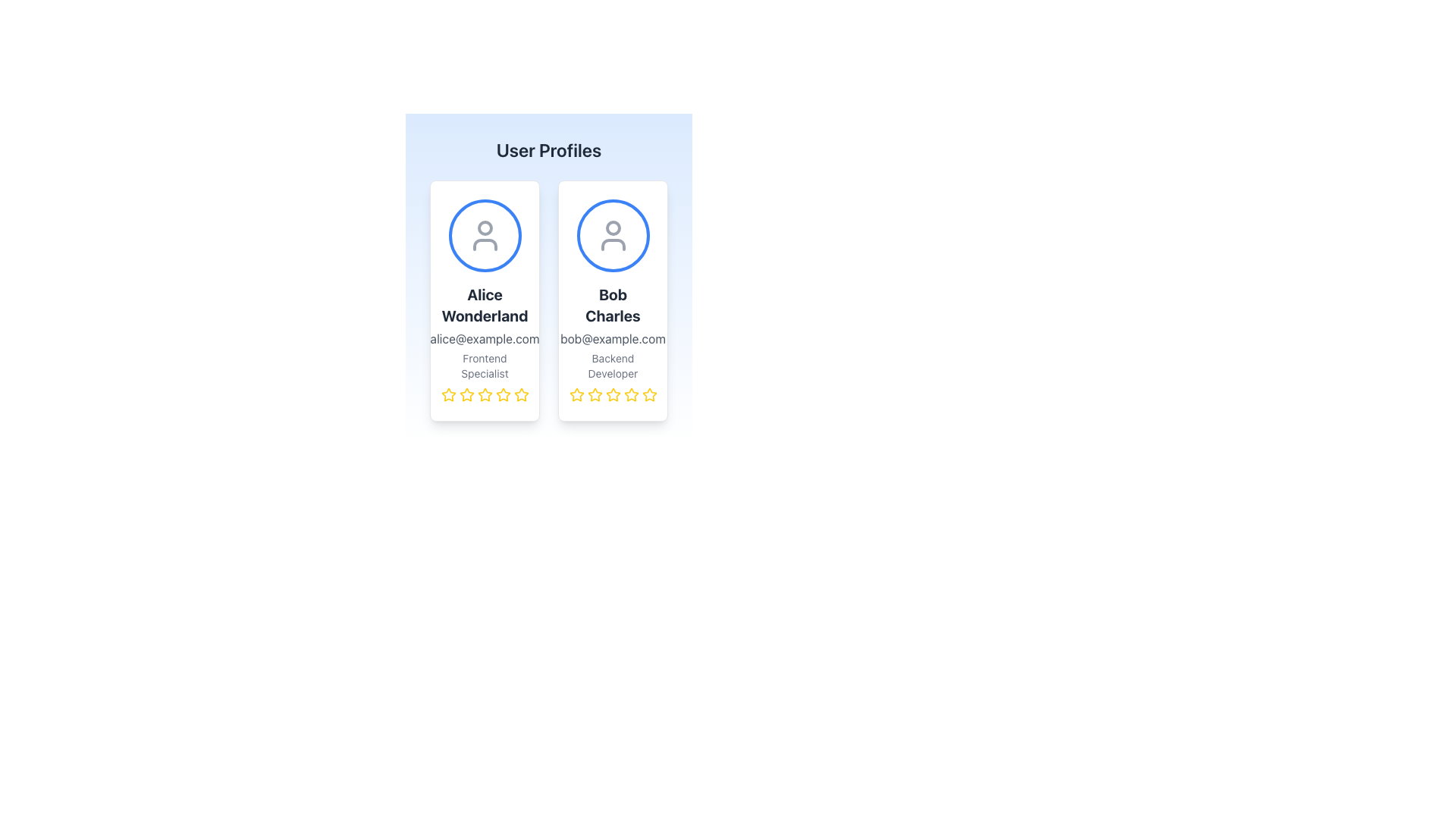 The height and width of the screenshot is (819, 1456). What do you see at coordinates (613, 338) in the screenshot?
I see `the email address text displayed in the user profile card for 'Bob Charles', which is located below the name and above the job title 'Backend Developer'` at bounding box center [613, 338].